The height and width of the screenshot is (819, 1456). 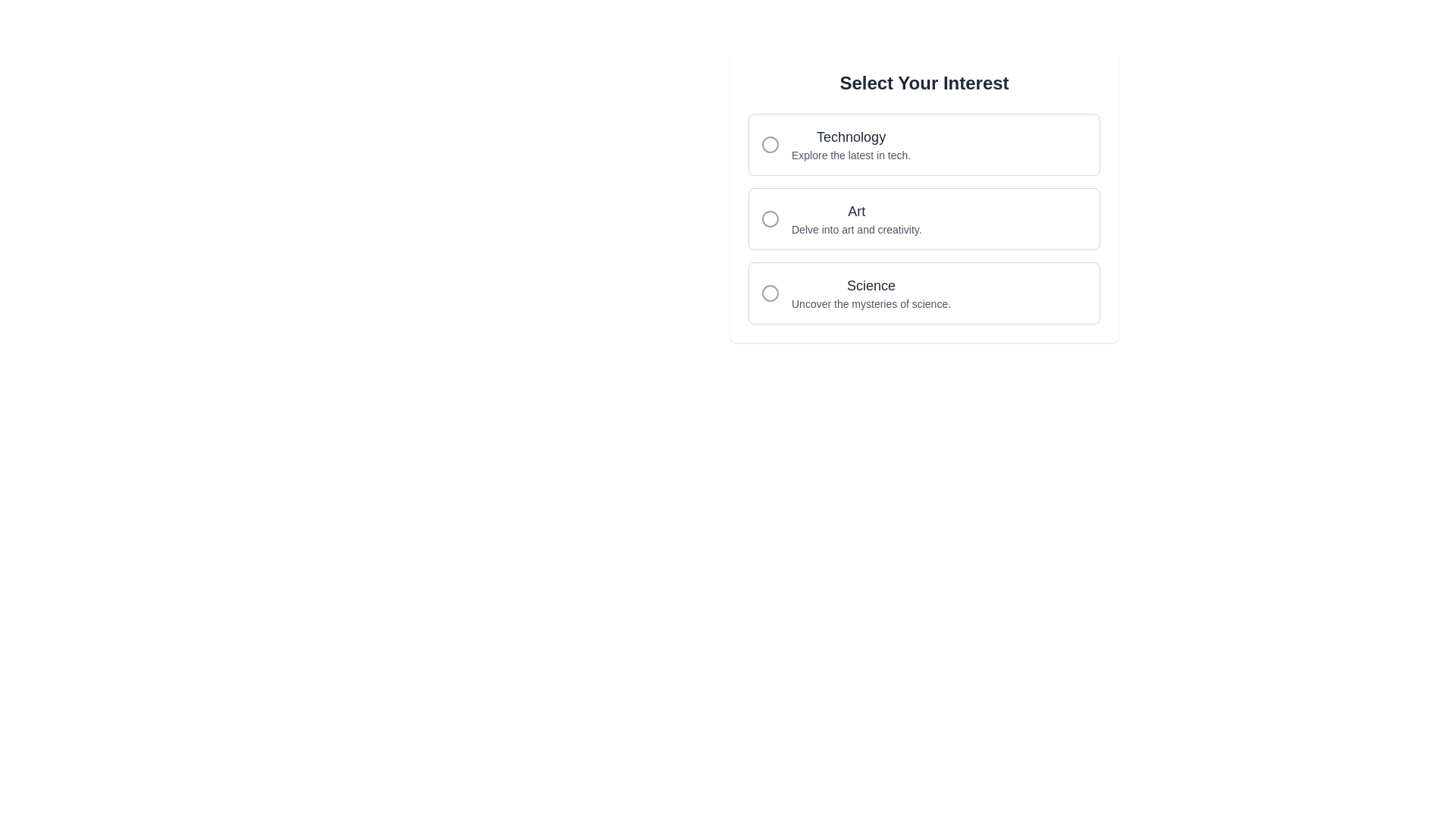 I want to click on the text label that provides a brief description or subtitle for the 'Art' option in the selection list, located directly below the text 'Art', so click(x=856, y=230).